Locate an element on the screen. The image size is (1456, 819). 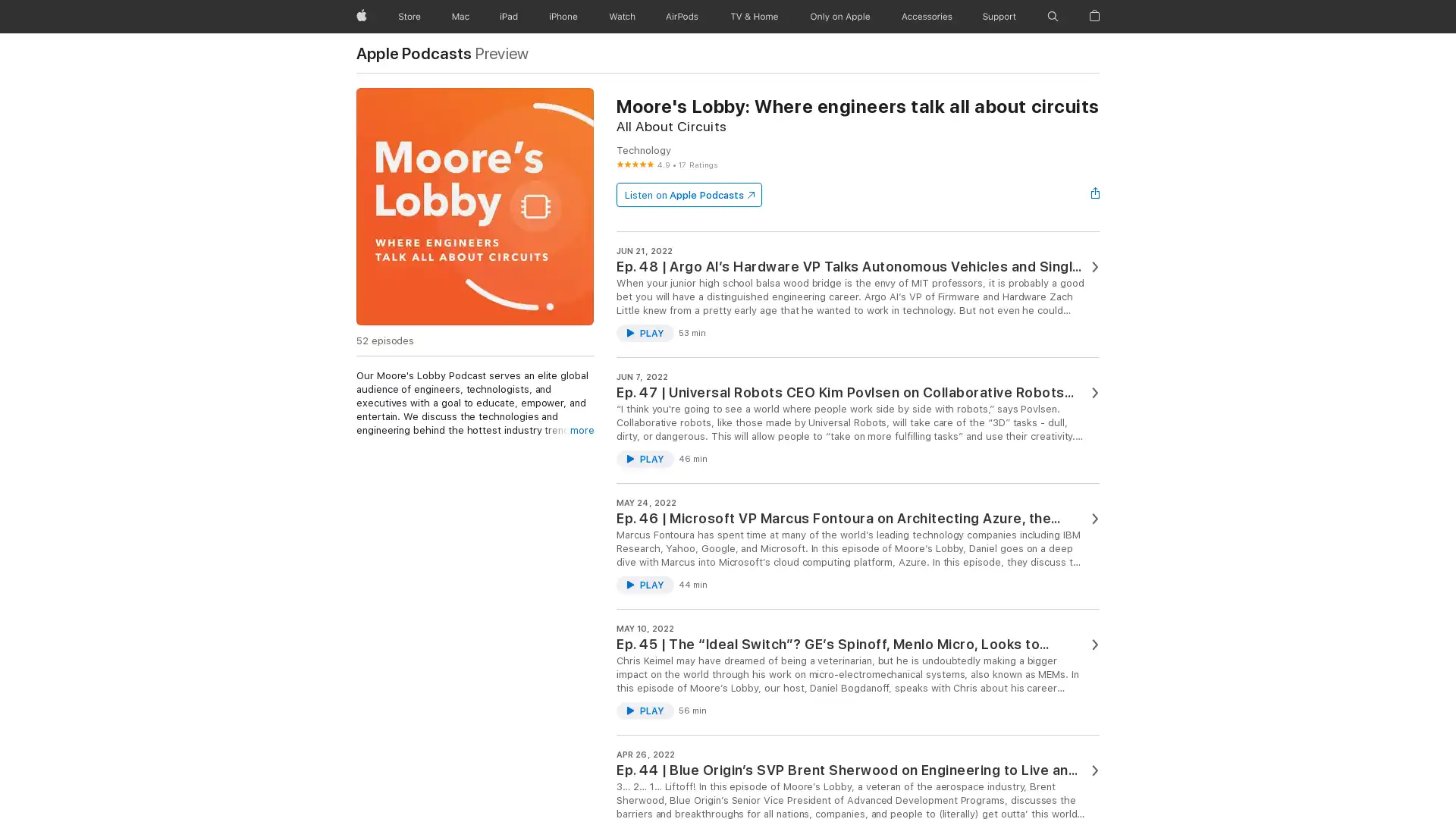
Play Ep. 48 | Argo AIs Hardware VP Talks Autonomous Vehicles and Single Photon Lidar by @@podcastArtist@@ is located at coordinates (645, 332).